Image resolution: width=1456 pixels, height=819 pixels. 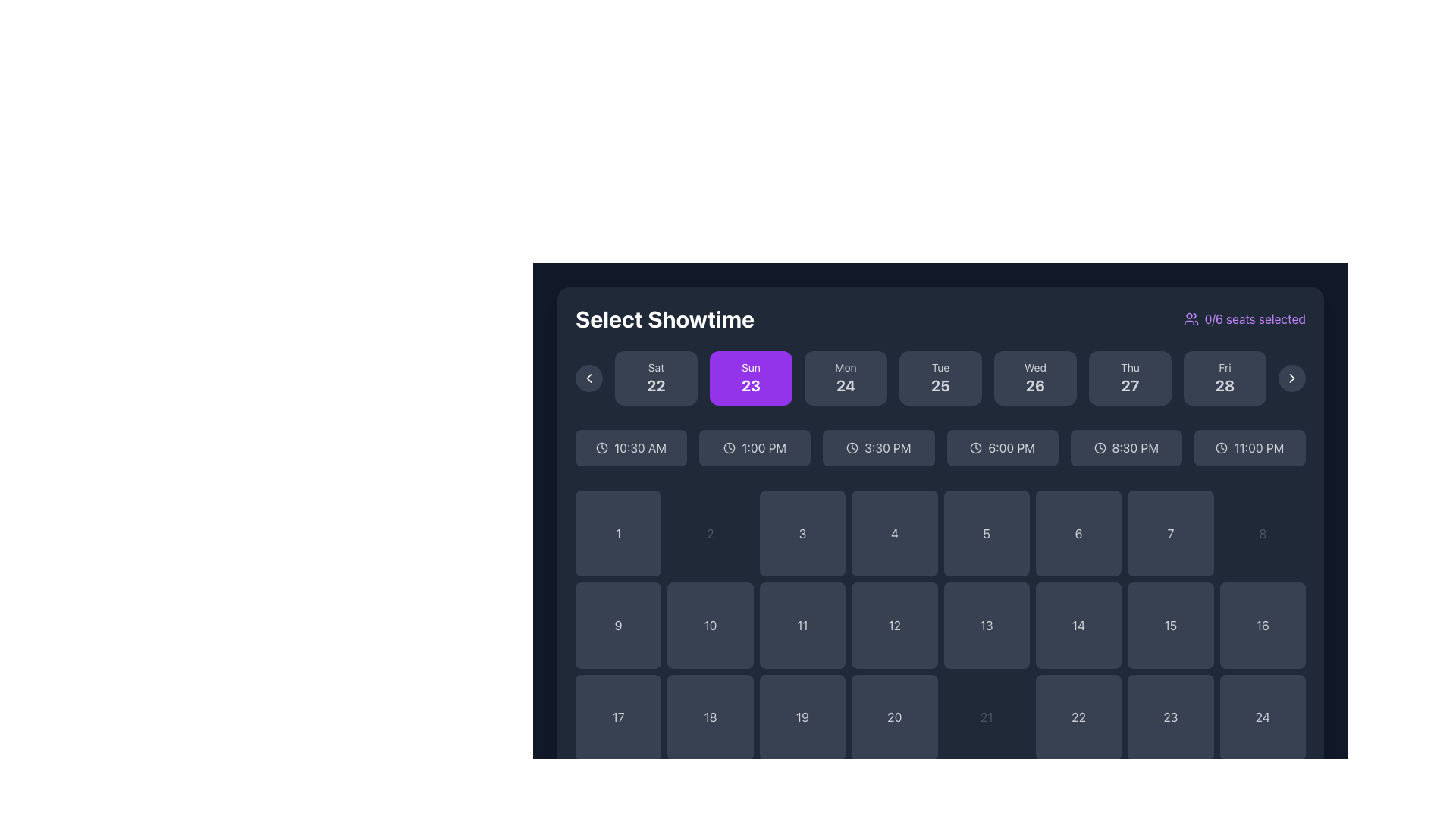 What do you see at coordinates (710, 626) in the screenshot?
I see `the square-shaped button with rounded corners and the number '10' in light gray` at bounding box center [710, 626].